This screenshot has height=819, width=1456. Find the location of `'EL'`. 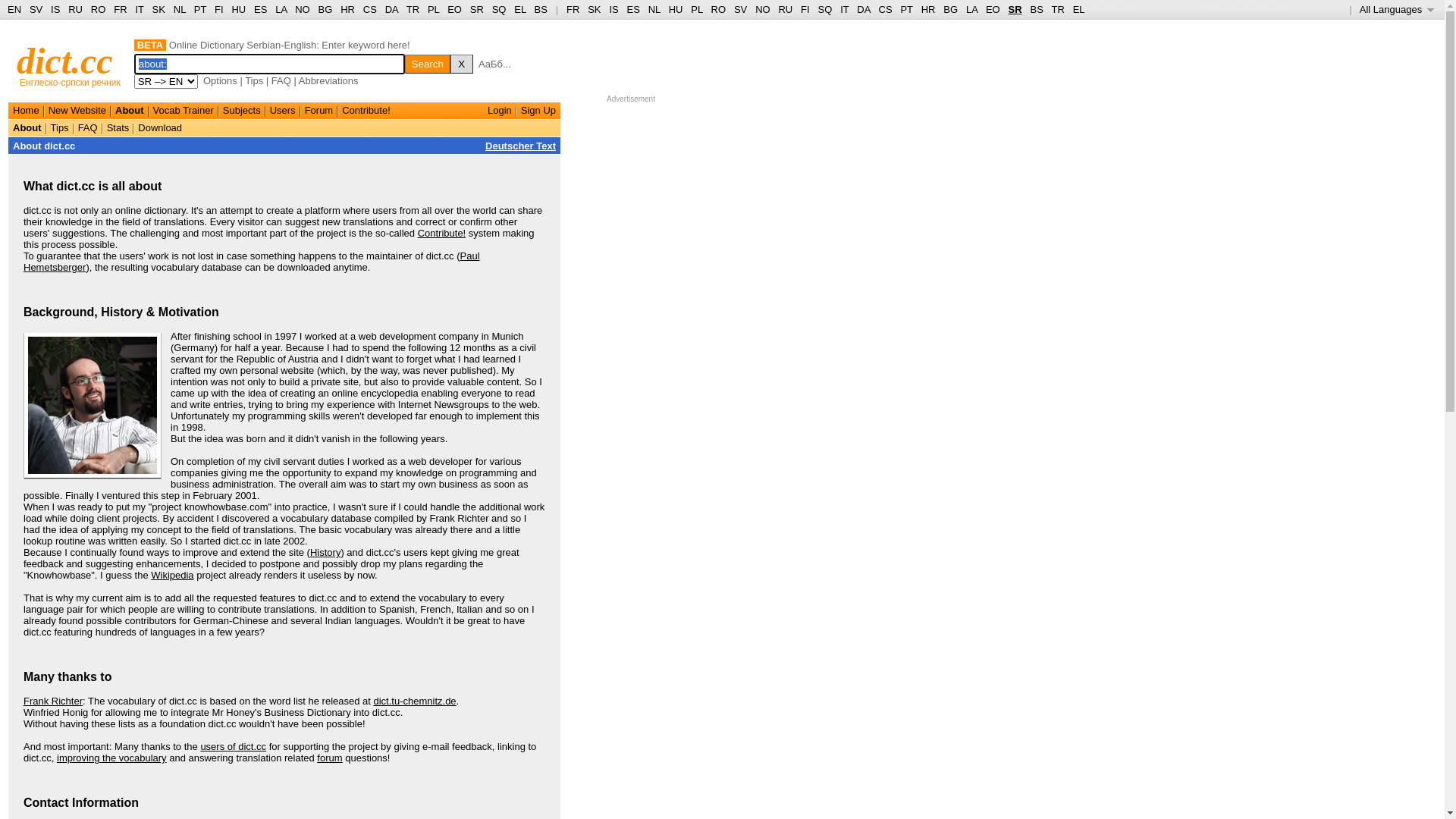

'EL' is located at coordinates (519, 9).